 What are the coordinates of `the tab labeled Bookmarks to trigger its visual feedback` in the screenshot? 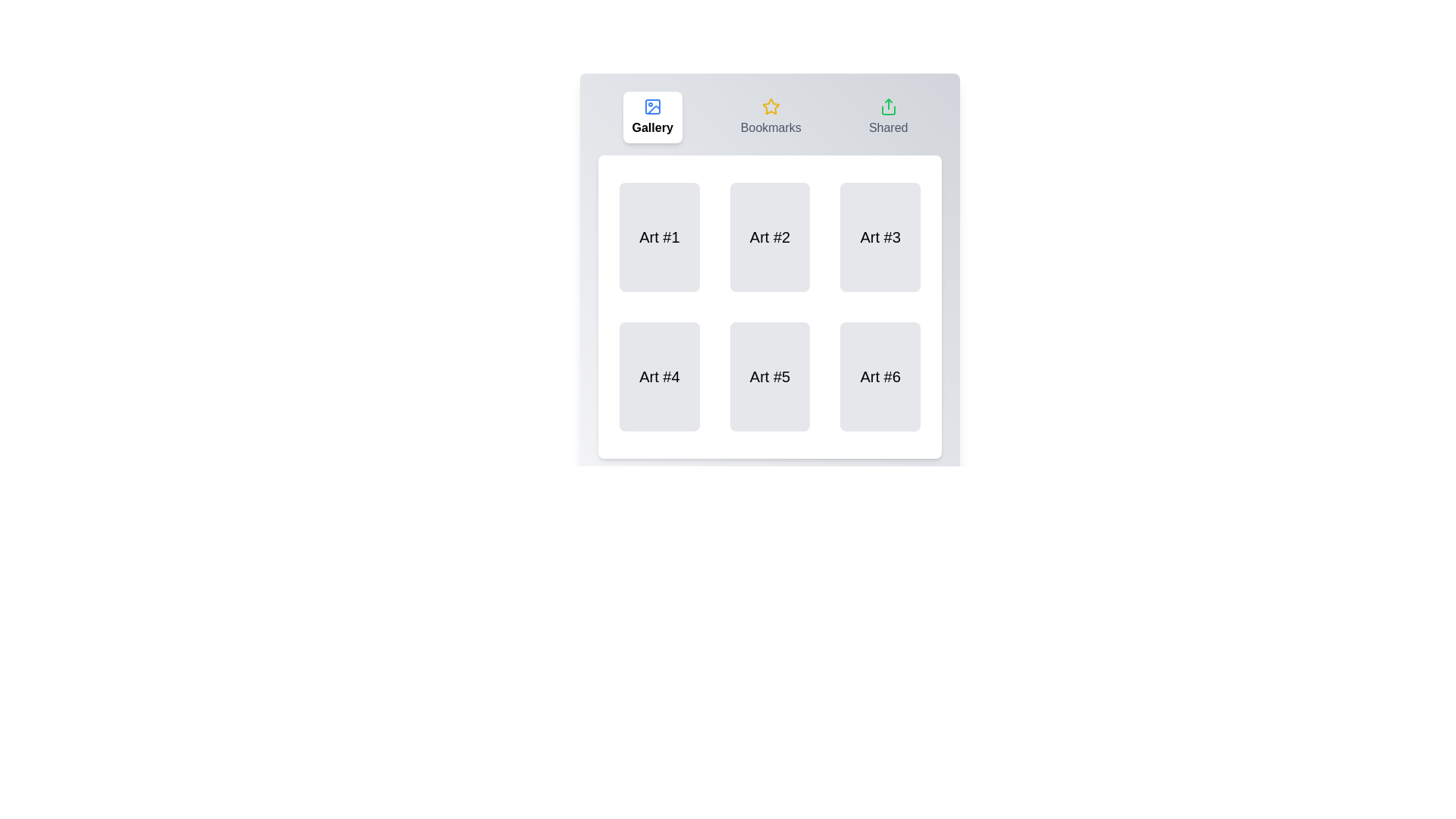 It's located at (770, 116).